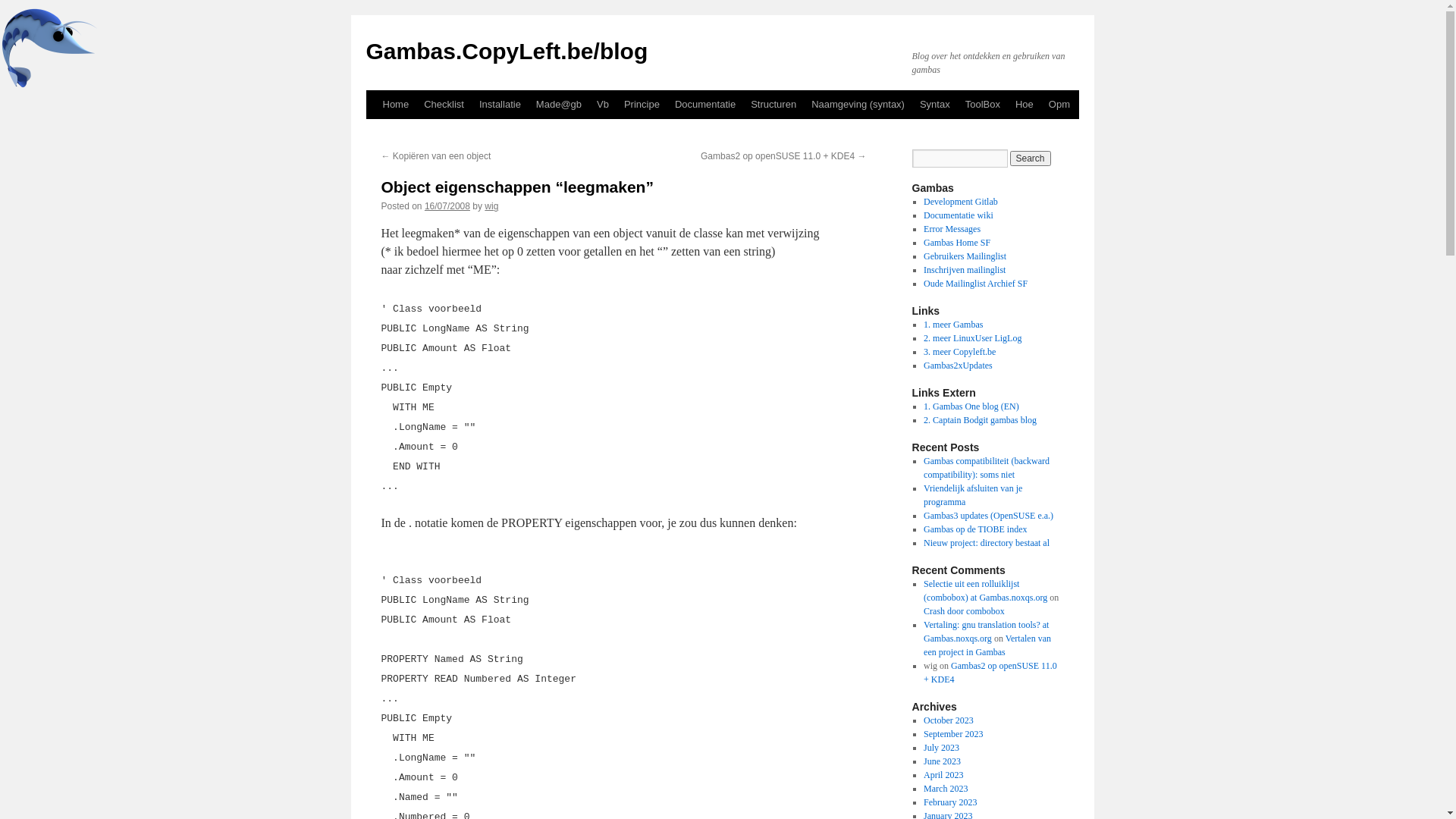  Describe the element at coordinates (971, 406) in the screenshot. I see `'1. Gambas One blog (EN)'` at that location.